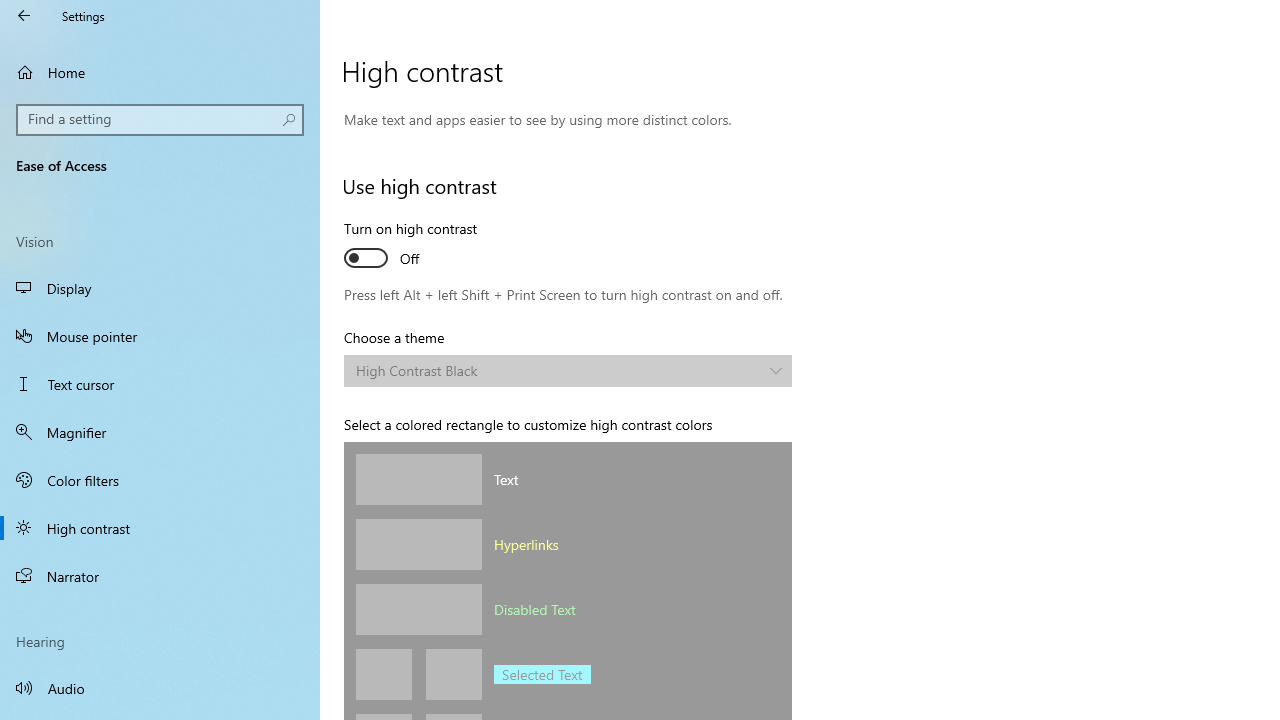 This screenshot has height=720, width=1280. What do you see at coordinates (567, 371) in the screenshot?
I see `'High contrast theme'` at bounding box center [567, 371].